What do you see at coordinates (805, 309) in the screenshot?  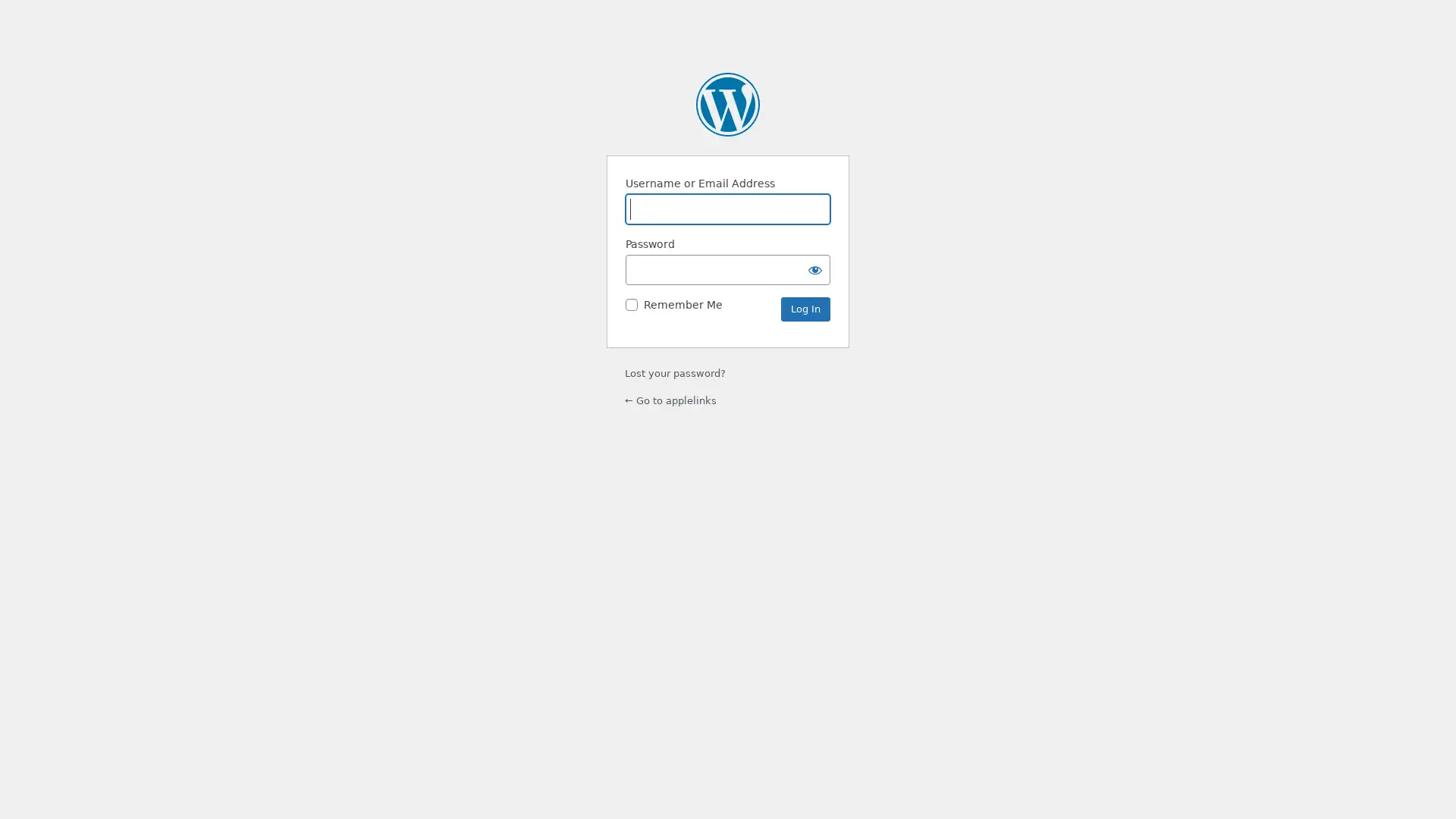 I see `Log In` at bounding box center [805, 309].